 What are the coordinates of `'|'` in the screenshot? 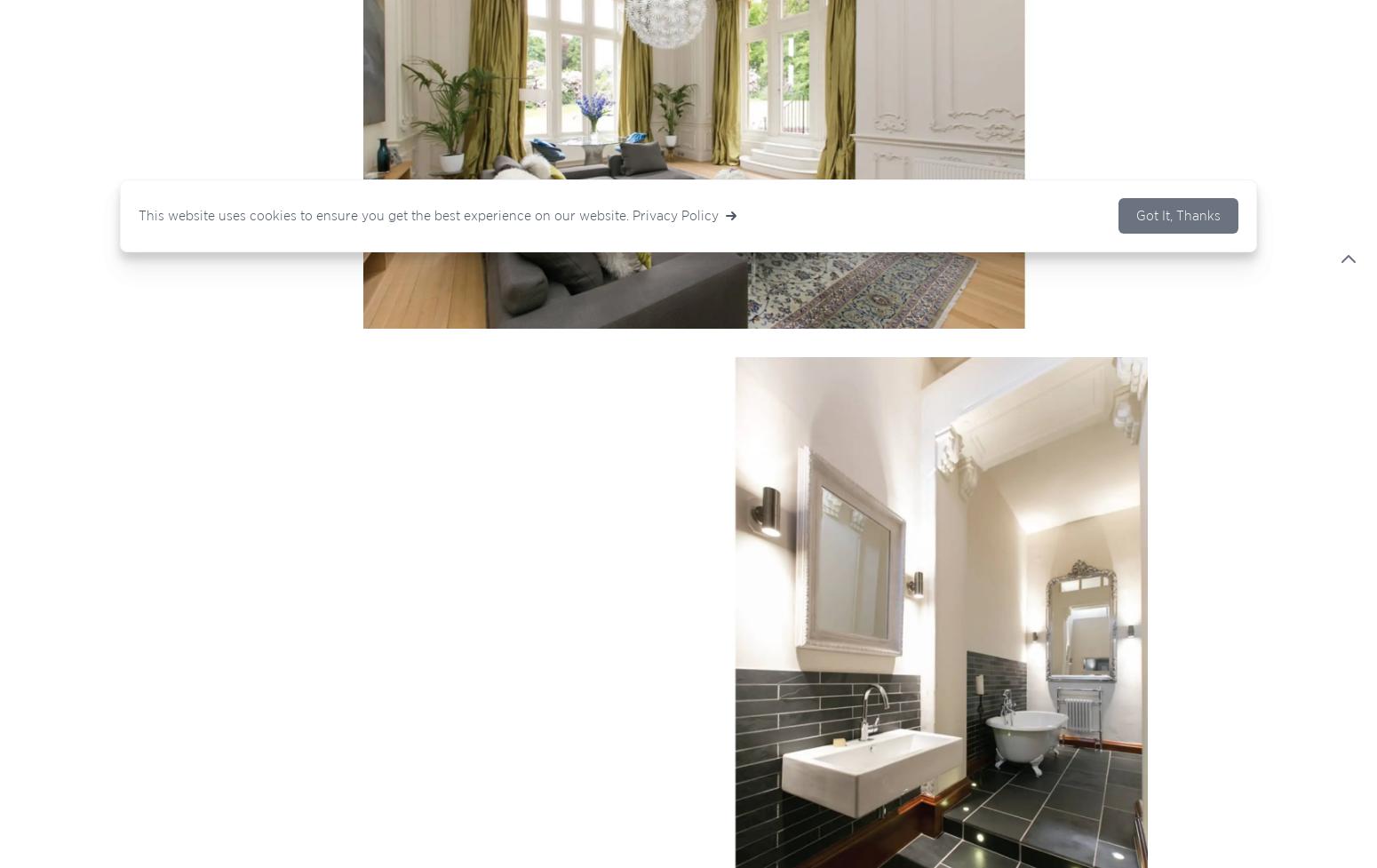 It's located at (341, 582).